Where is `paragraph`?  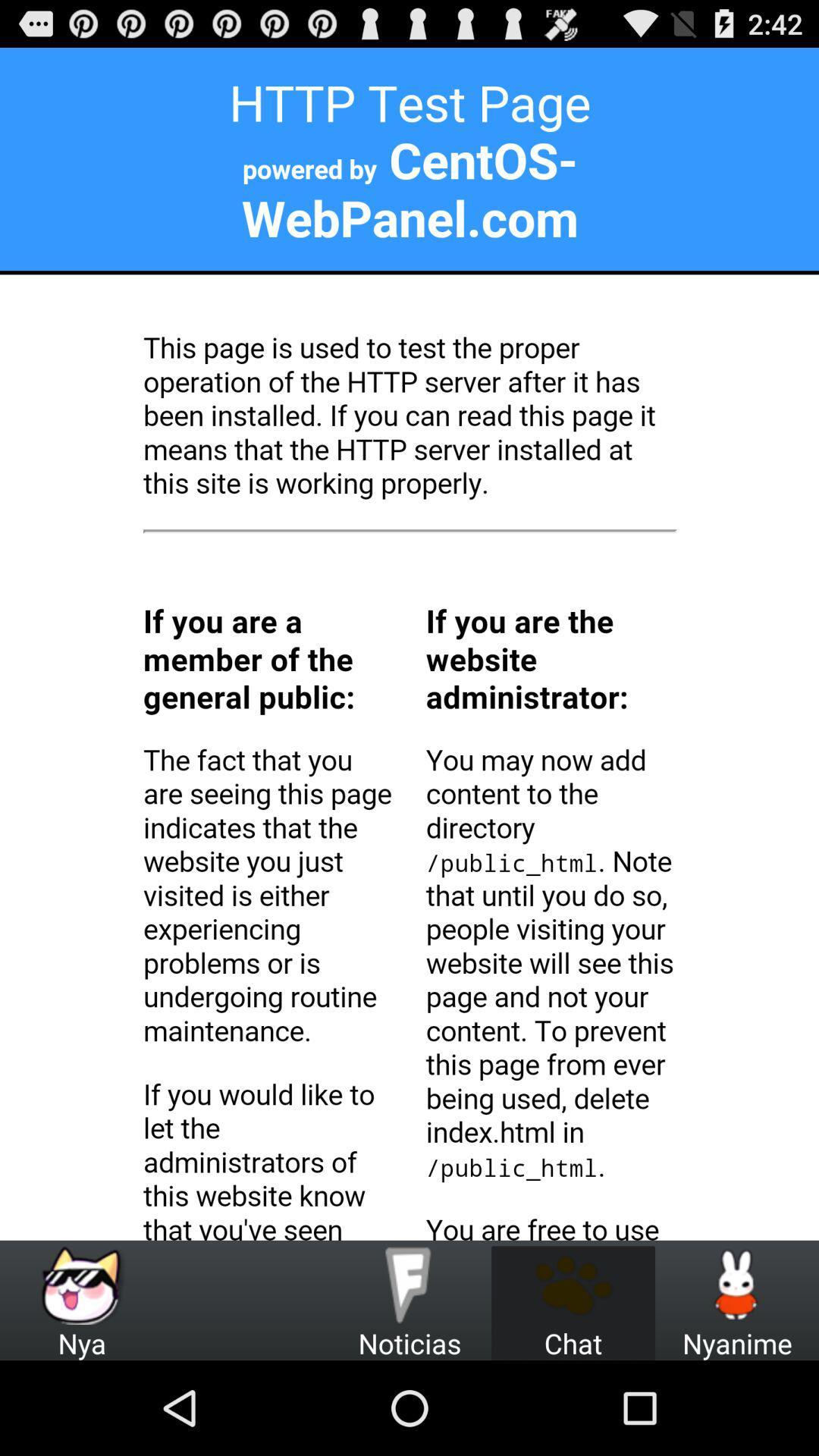 paragraph is located at coordinates (409, 644).